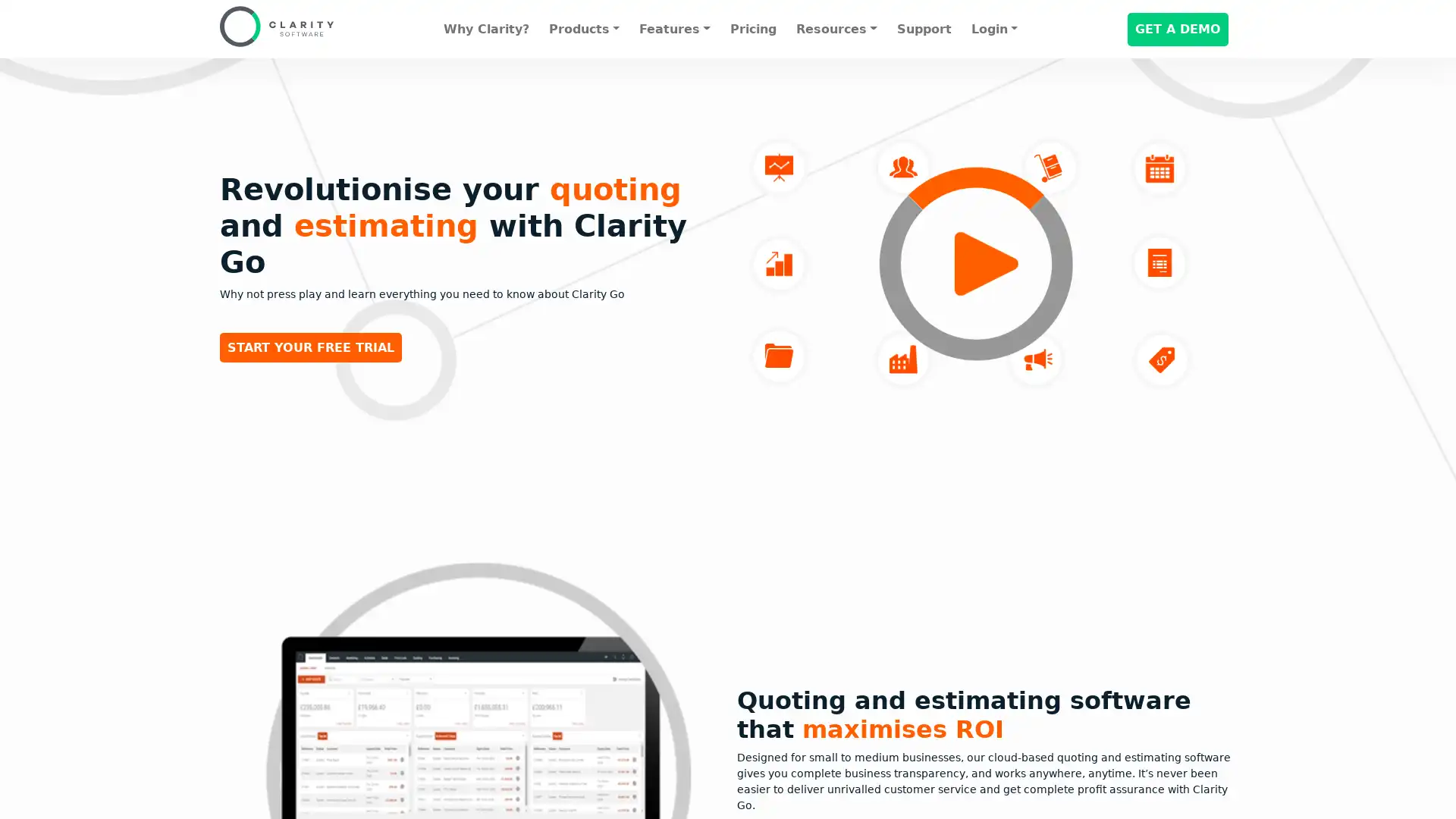 The image size is (1456, 819). I want to click on Products, so click(582, 29).